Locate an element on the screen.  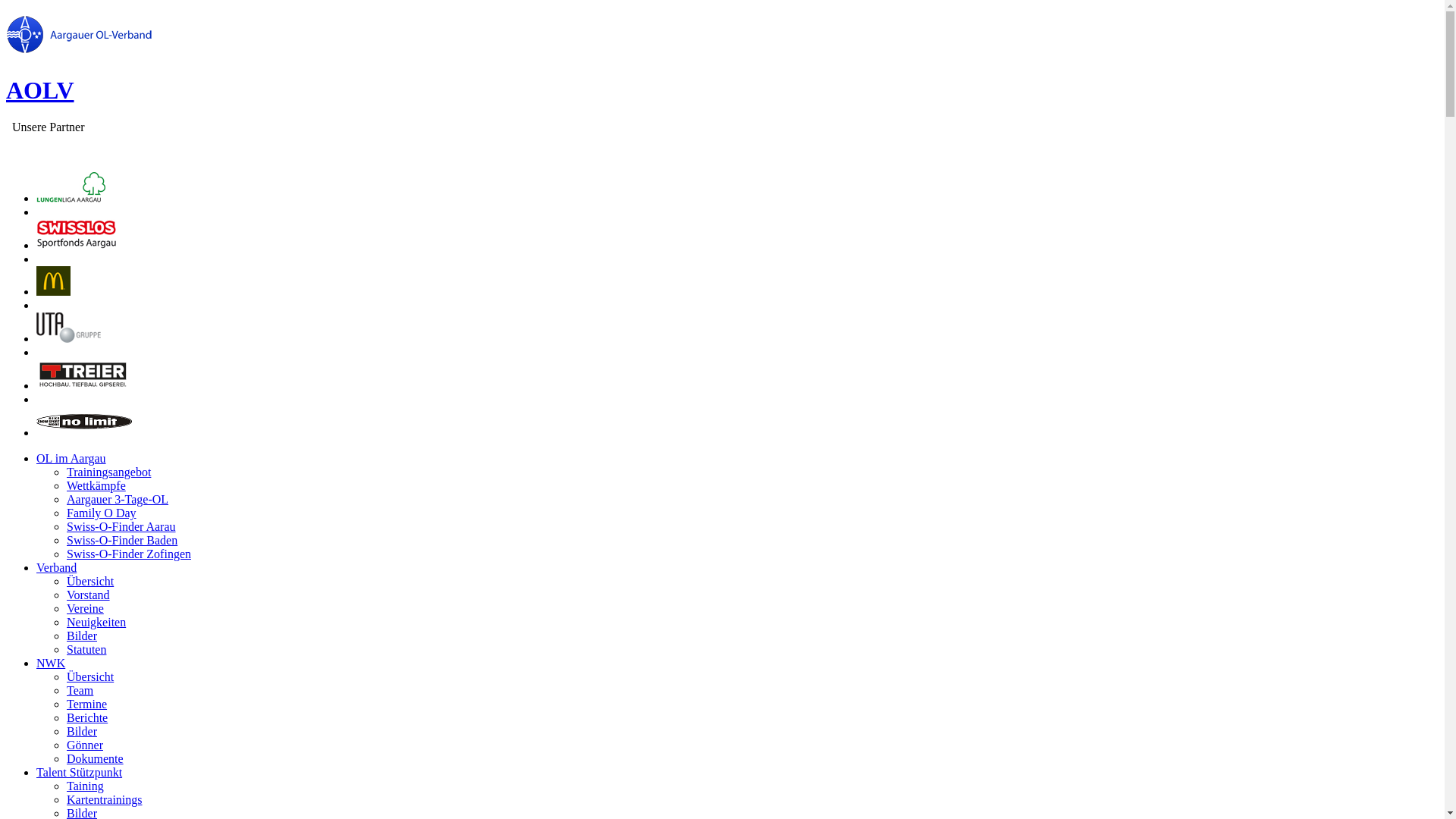
'Taining' is located at coordinates (84, 785).